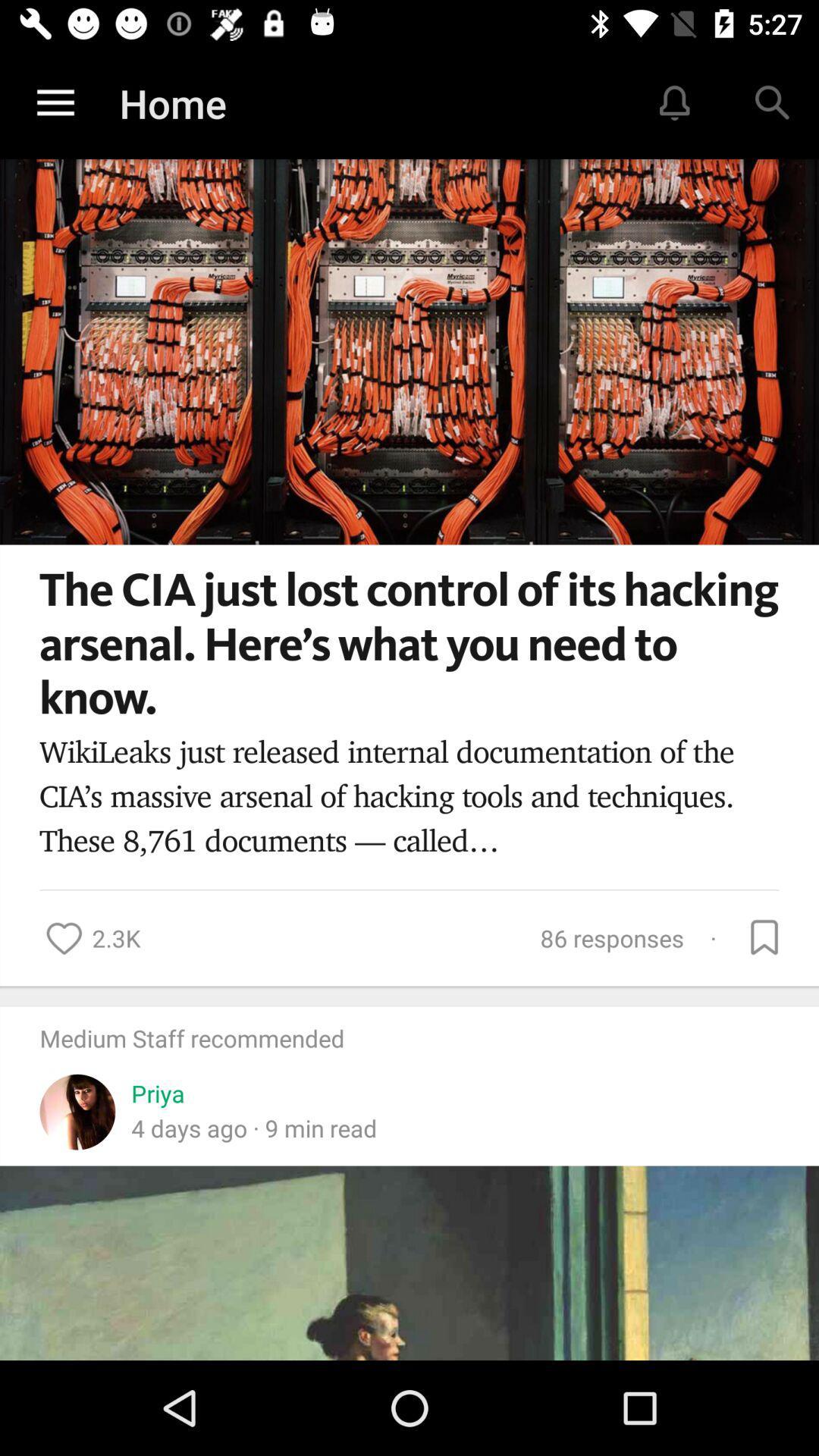 The height and width of the screenshot is (1456, 819). Describe the element at coordinates (771, 103) in the screenshot. I see `icon below 527` at that location.